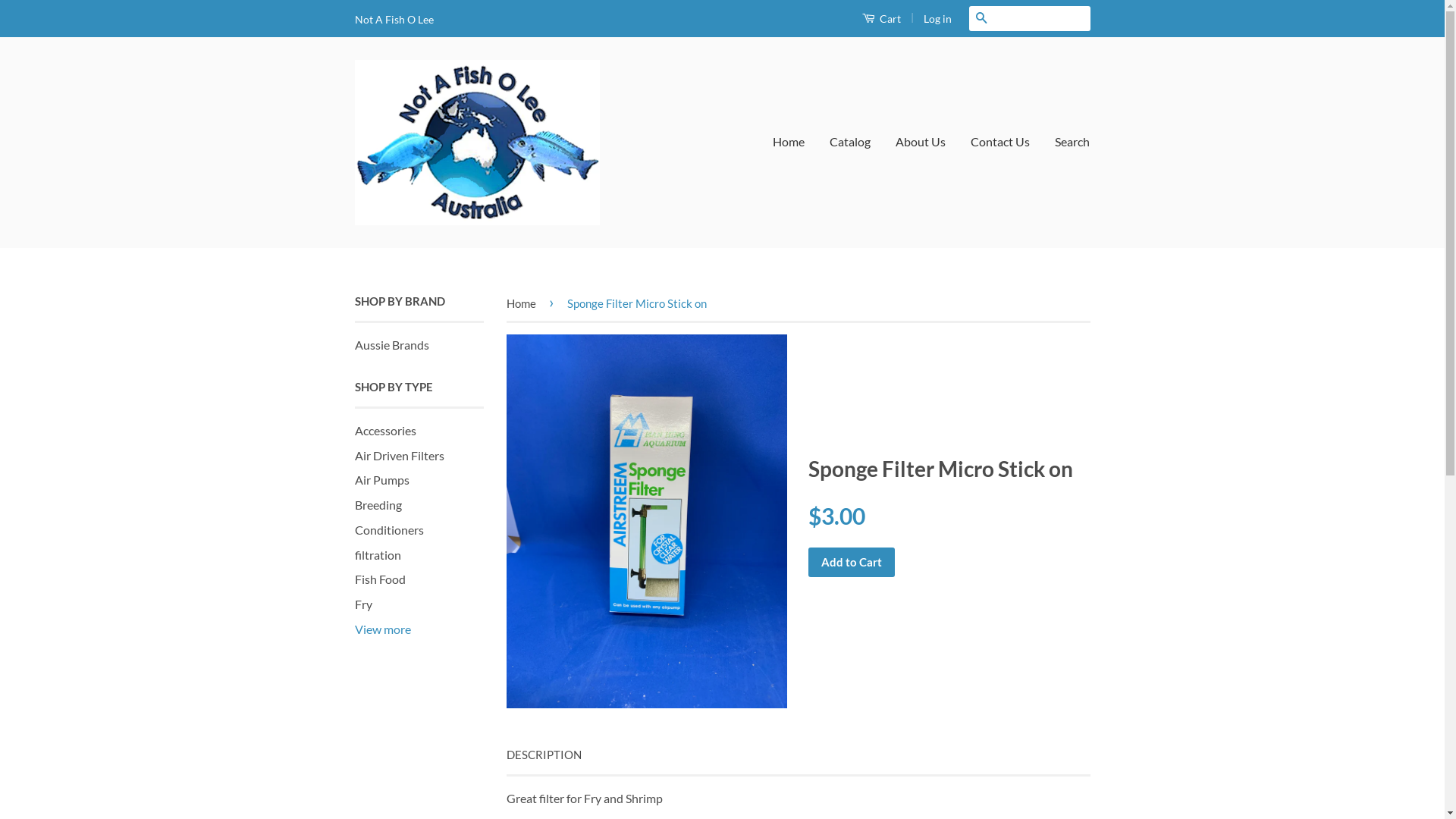 This screenshot has height=819, width=1456. I want to click on 'Aussie Brands', so click(392, 344).